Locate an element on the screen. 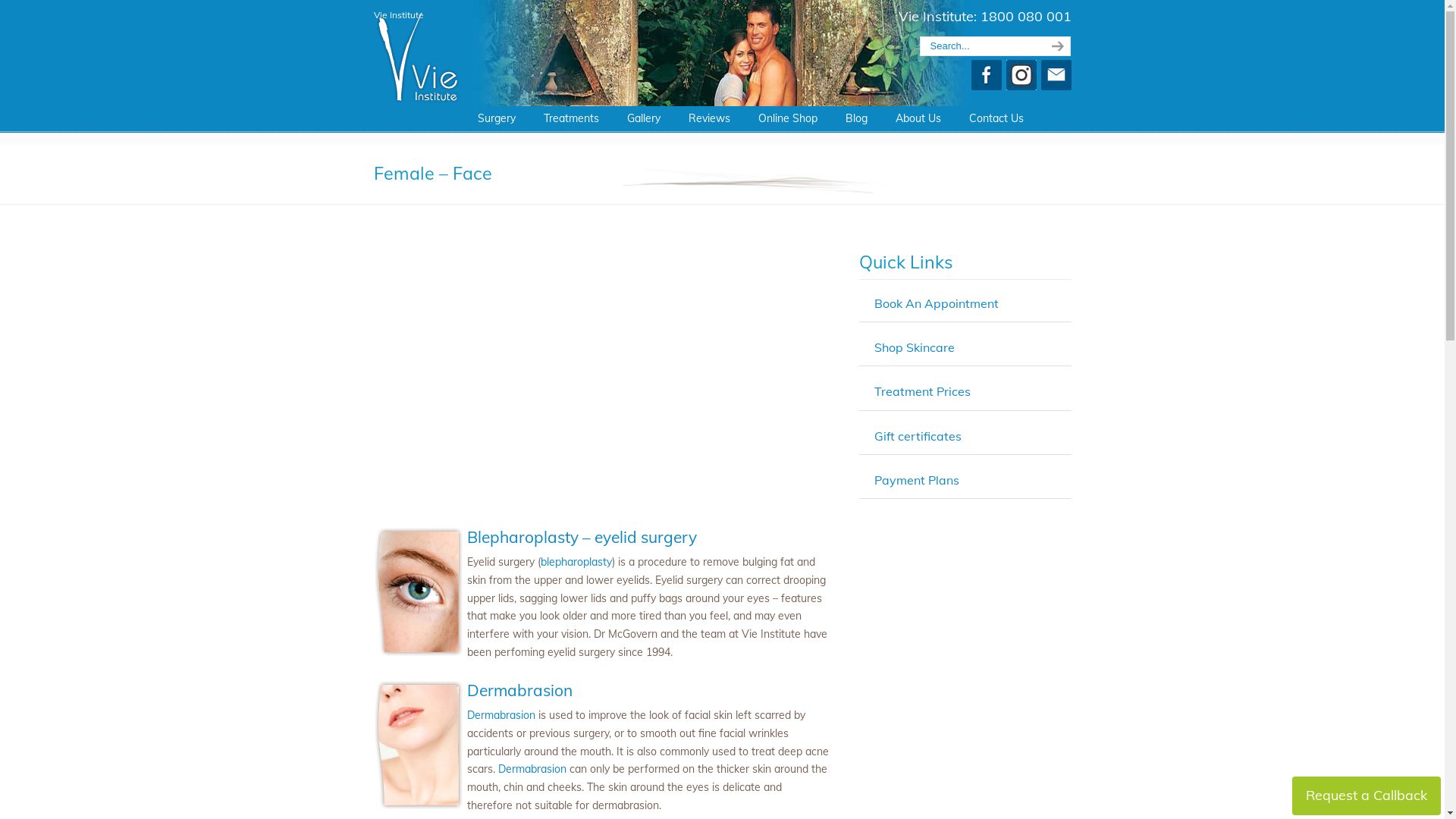  'Blog' is located at coordinates (855, 117).